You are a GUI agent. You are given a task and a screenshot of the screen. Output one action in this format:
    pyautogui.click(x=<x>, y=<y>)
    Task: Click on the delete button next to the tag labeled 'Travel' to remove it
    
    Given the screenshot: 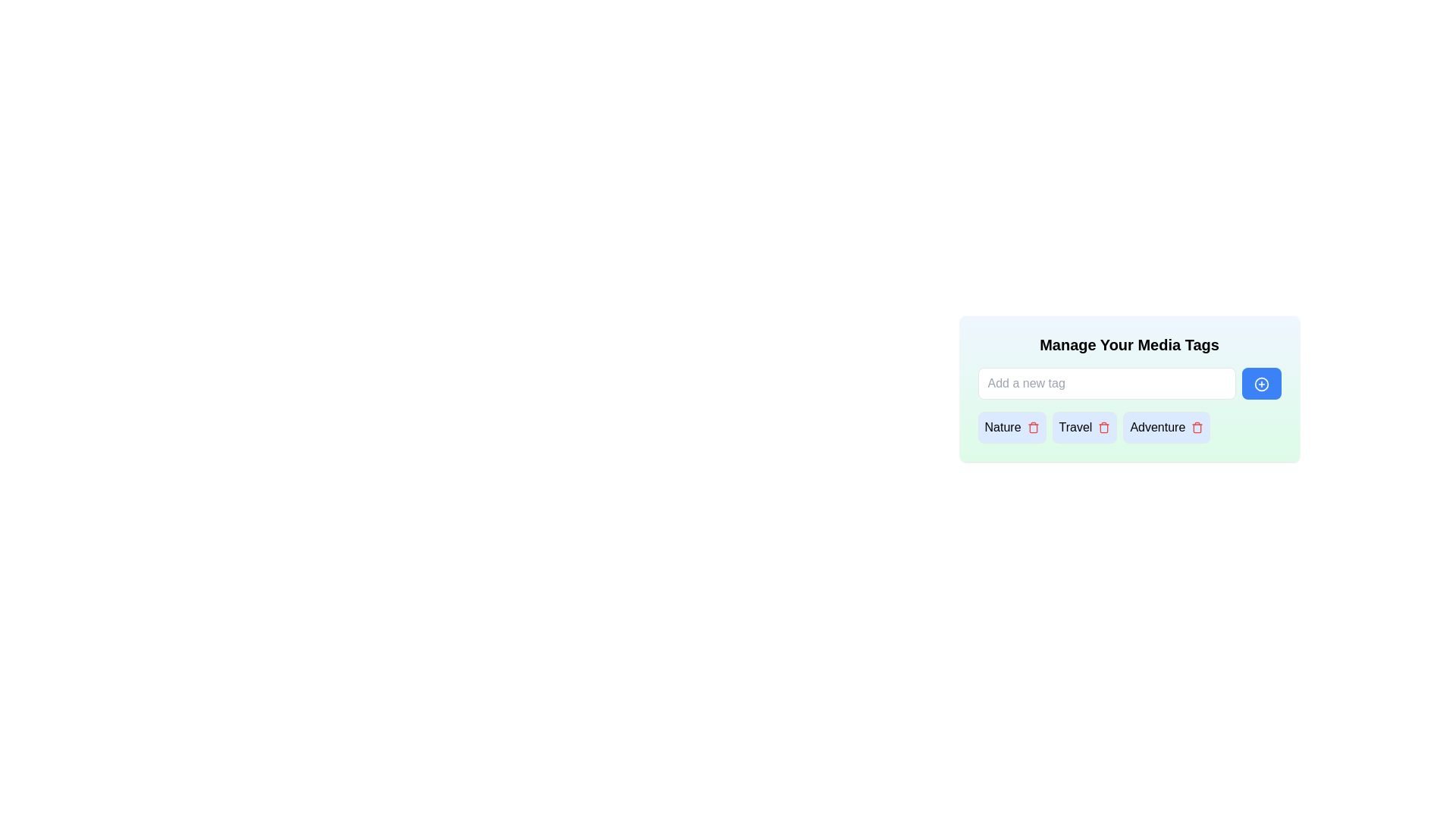 What is the action you would take?
    pyautogui.click(x=1104, y=427)
    